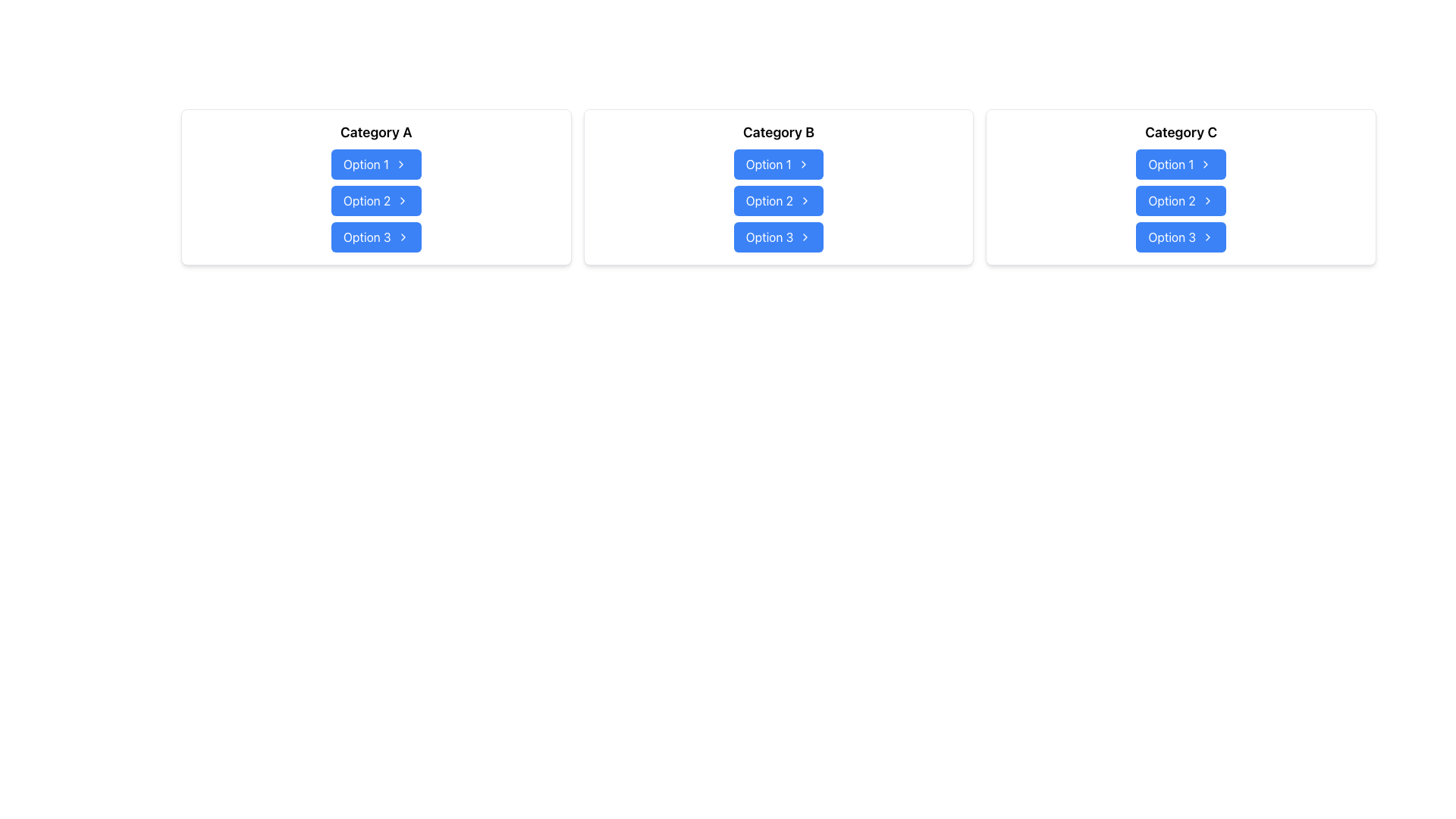 This screenshot has width=1456, height=819. What do you see at coordinates (1180, 200) in the screenshot?
I see `the second button labeled 'Option 2' in the vertical stack of buttons located under the title 'Category C'` at bounding box center [1180, 200].